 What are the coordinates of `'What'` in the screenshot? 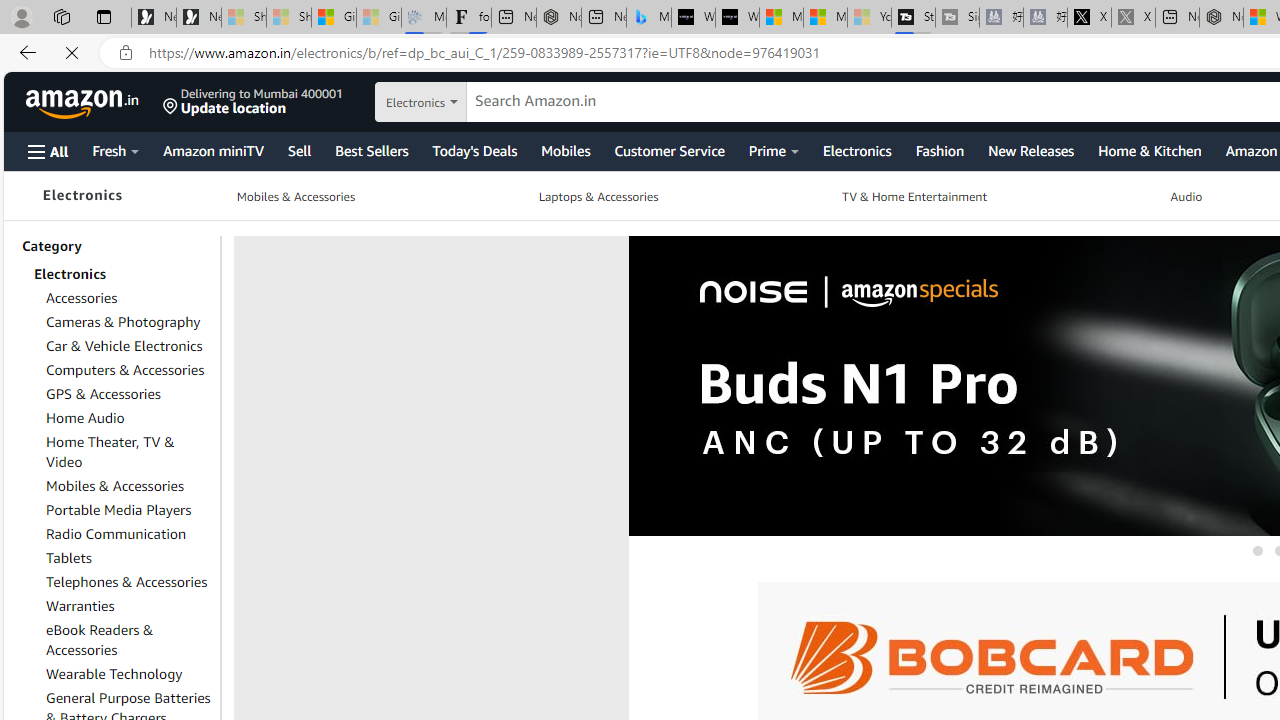 It's located at (736, 17).